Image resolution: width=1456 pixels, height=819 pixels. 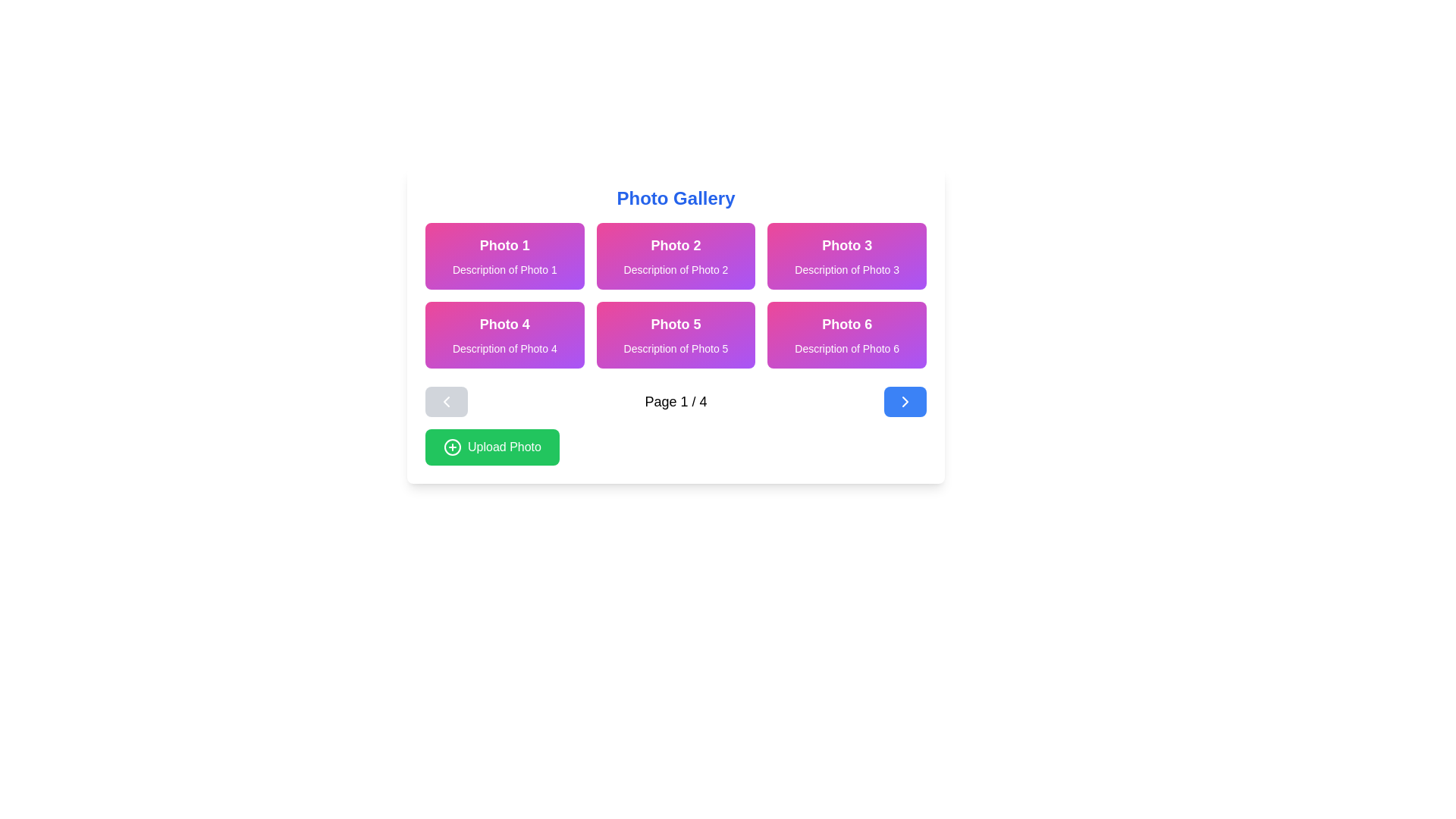 I want to click on the right arrow icon inside the blue button located in the lower right corner of the interface, so click(x=905, y=400).